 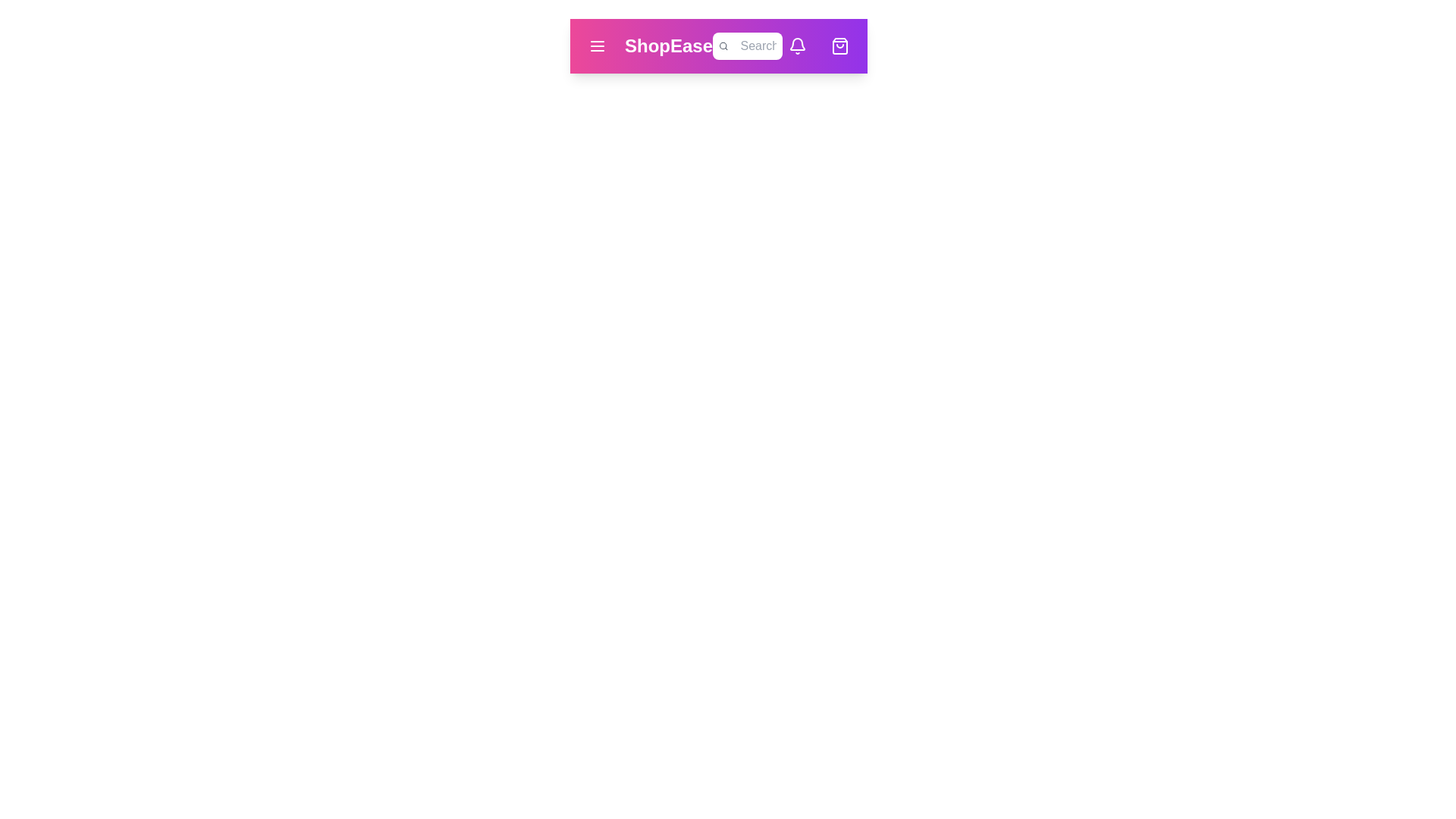 I want to click on the menu button to open the side menu or navigation, so click(x=596, y=45).